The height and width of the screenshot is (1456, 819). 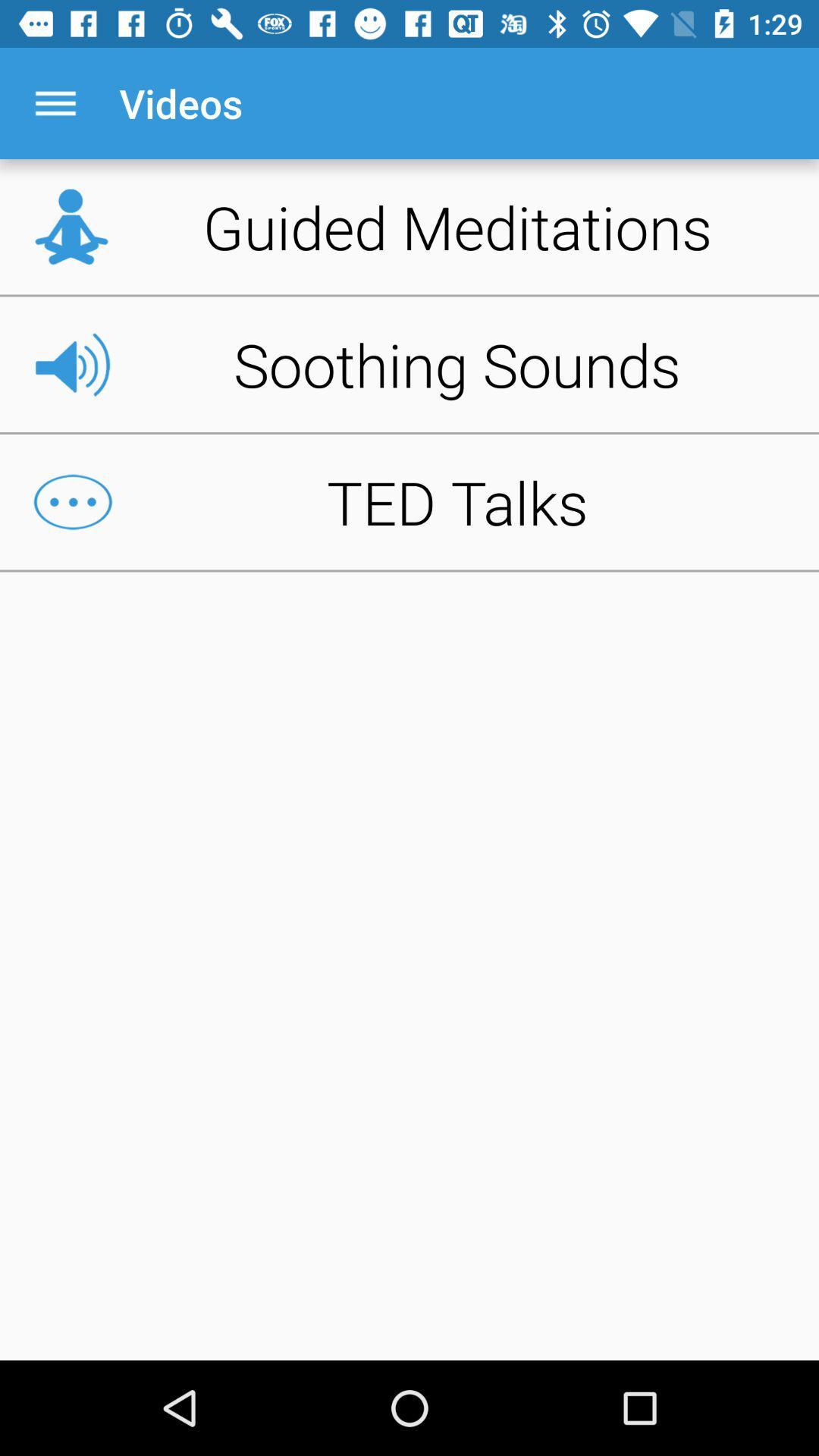 I want to click on app to the left of videos, so click(x=55, y=102).